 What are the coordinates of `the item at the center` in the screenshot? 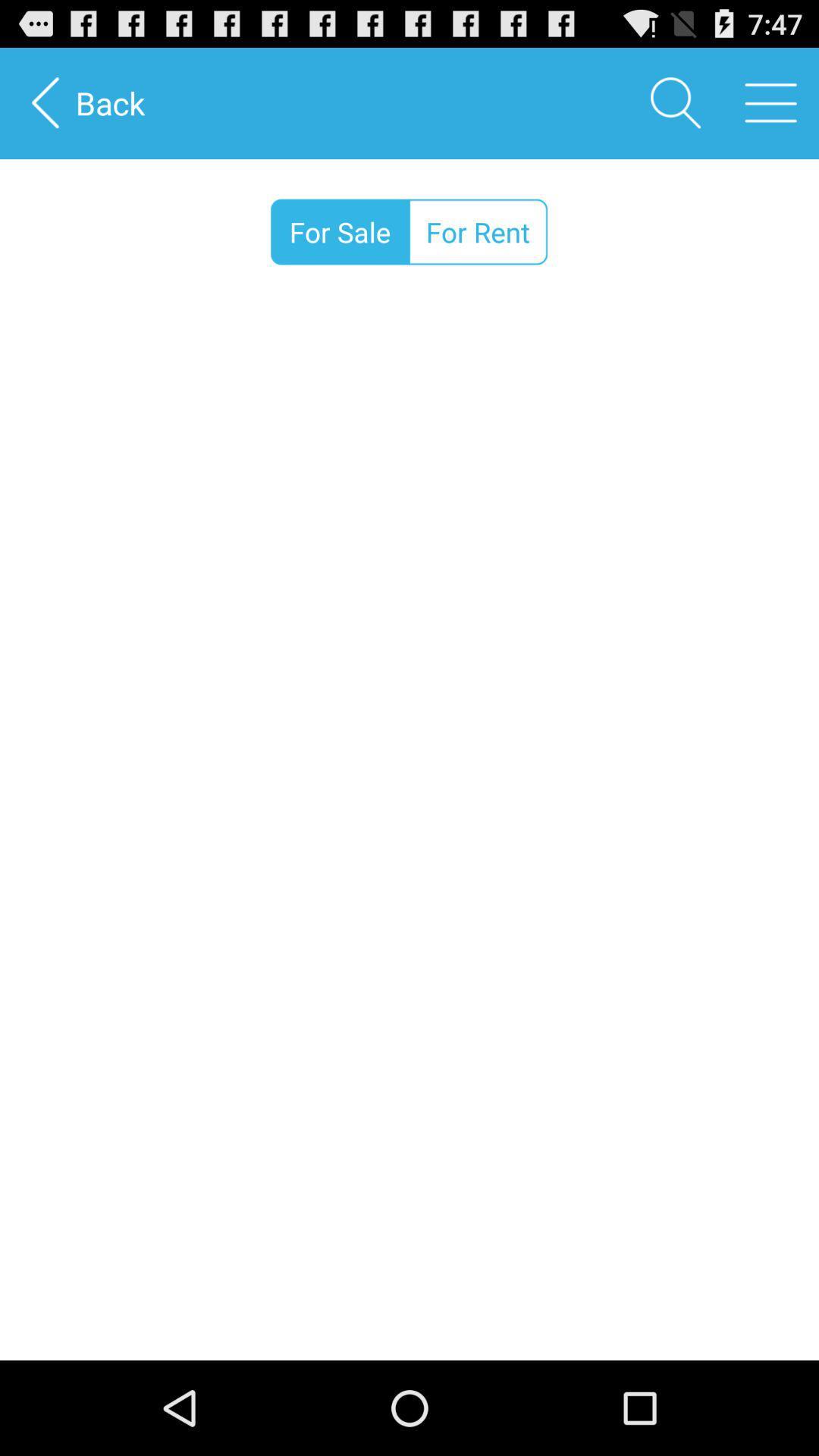 It's located at (409, 832).